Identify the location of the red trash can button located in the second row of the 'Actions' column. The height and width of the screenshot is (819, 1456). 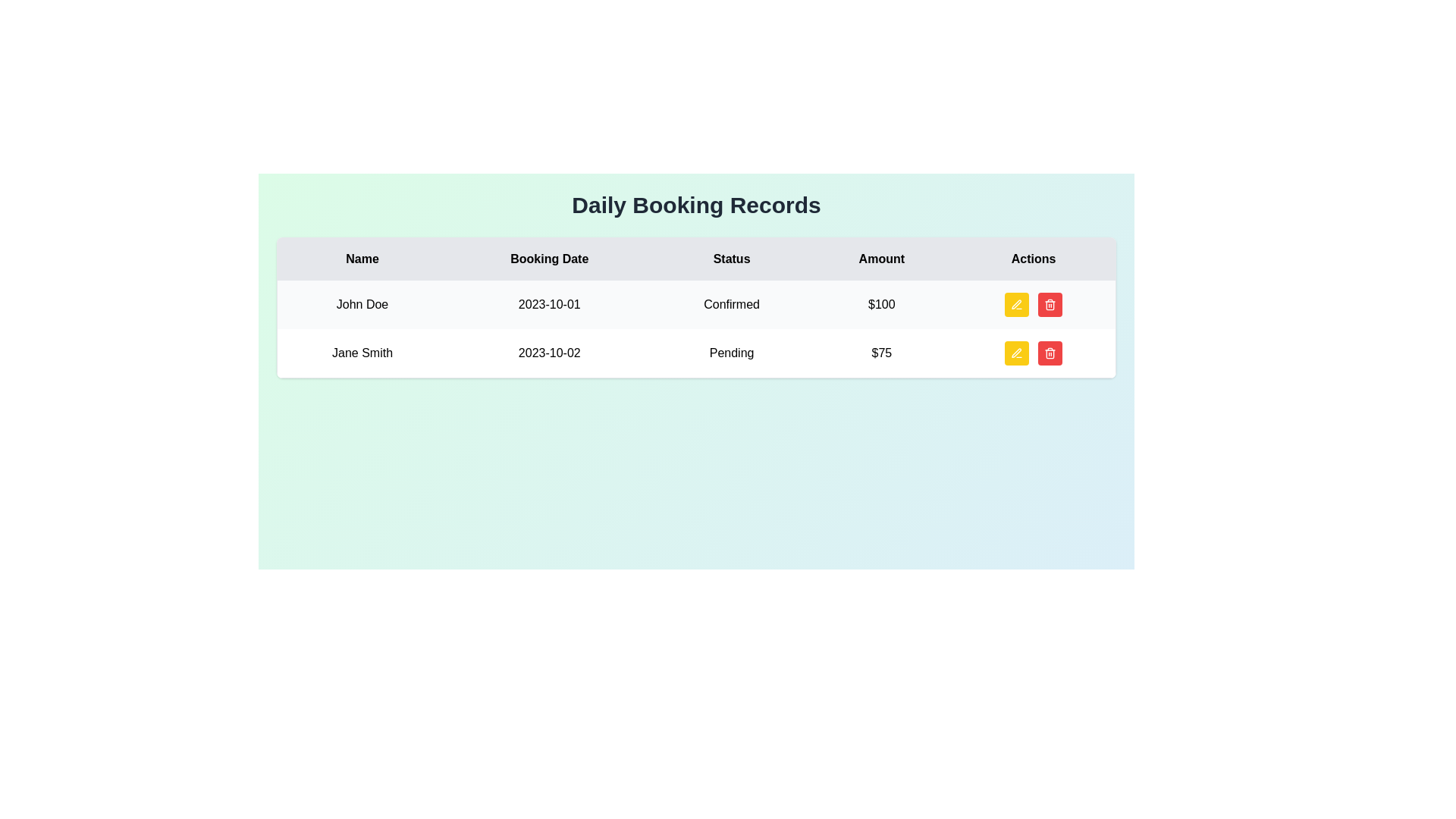
(1050, 304).